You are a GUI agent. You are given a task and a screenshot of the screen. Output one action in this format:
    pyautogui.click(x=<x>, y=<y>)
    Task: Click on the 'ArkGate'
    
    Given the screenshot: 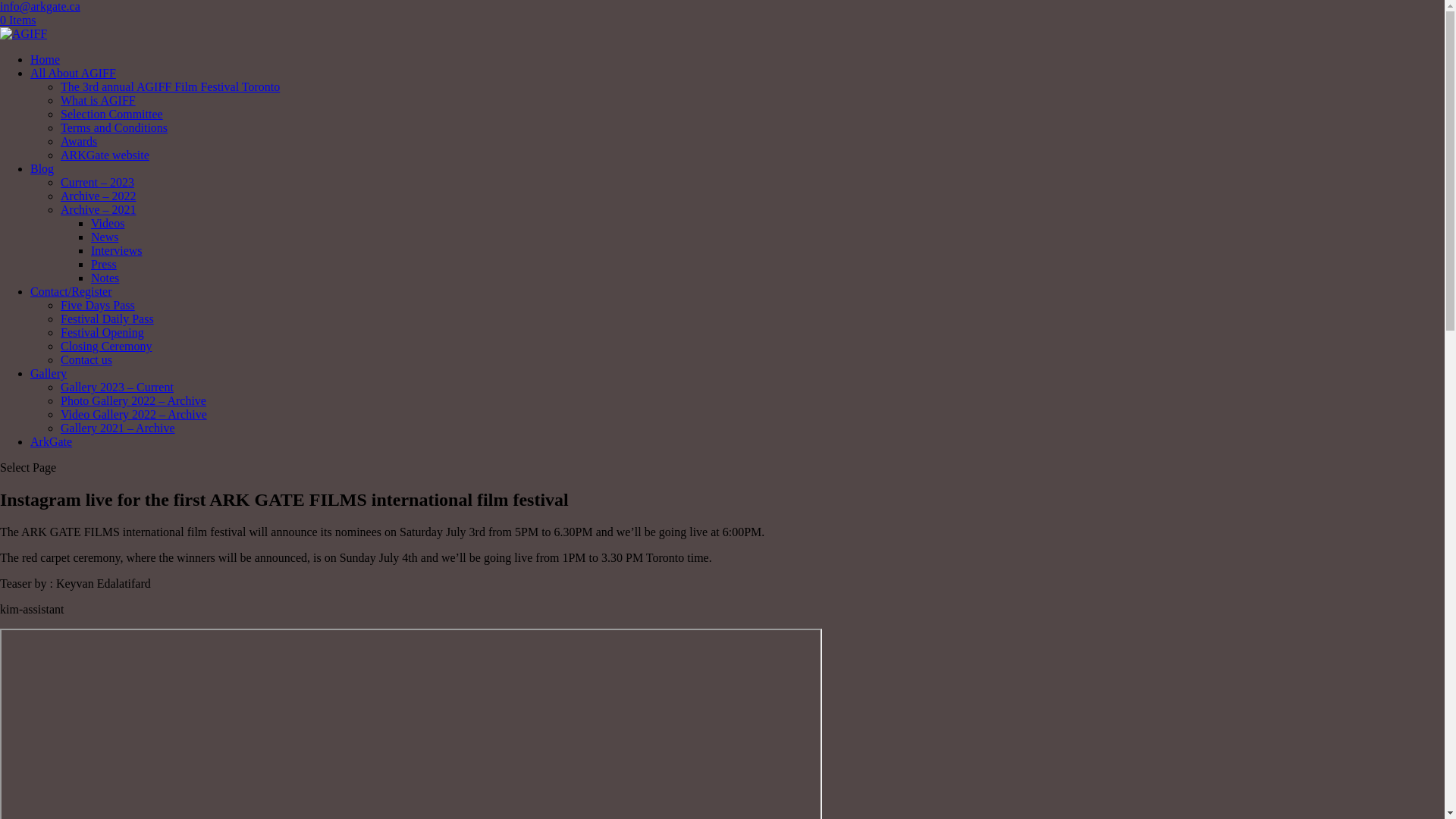 What is the action you would take?
    pyautogui.click(x=51, y=441)
    